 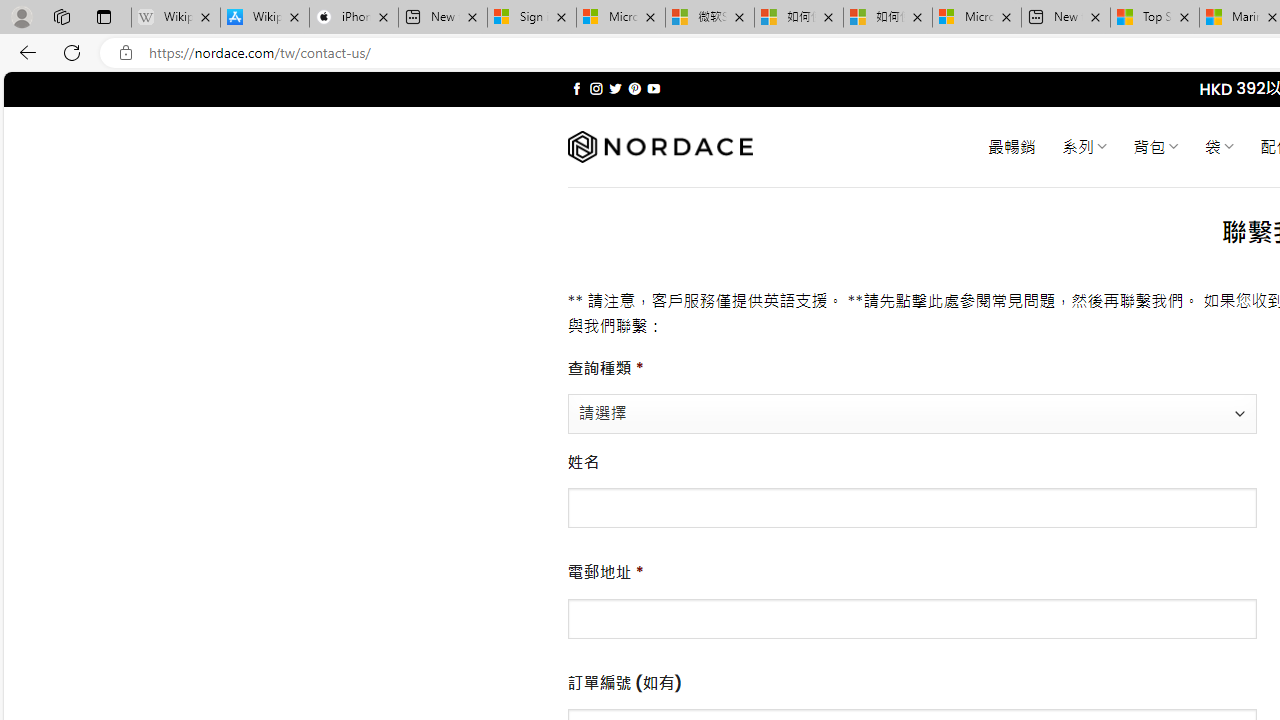 I want to click on 'Follow on Facebook', so click(x=576, y=88).